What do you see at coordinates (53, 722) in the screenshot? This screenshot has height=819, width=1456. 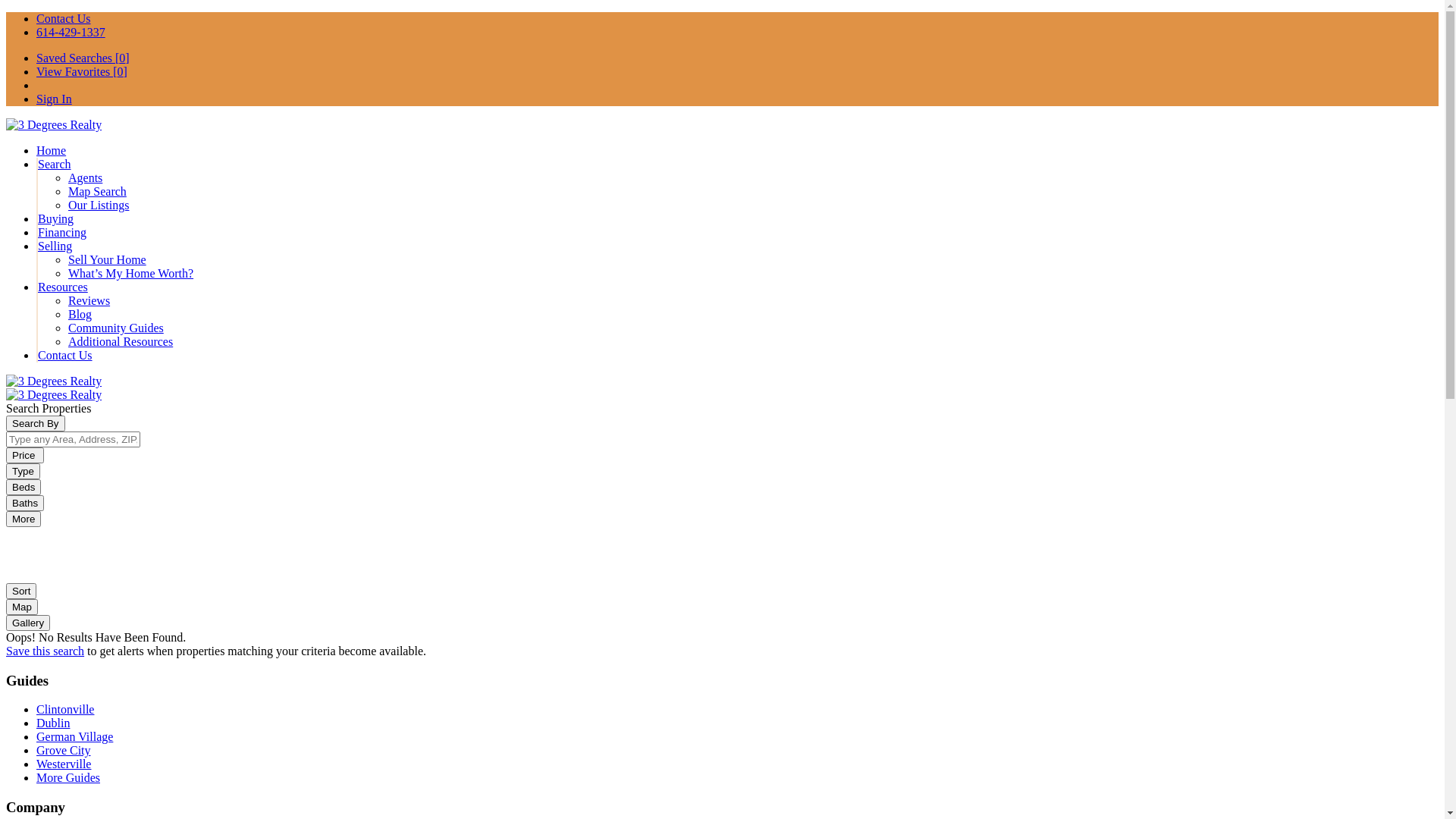 I see `'Dublin'` at bounding box center [53, 722].